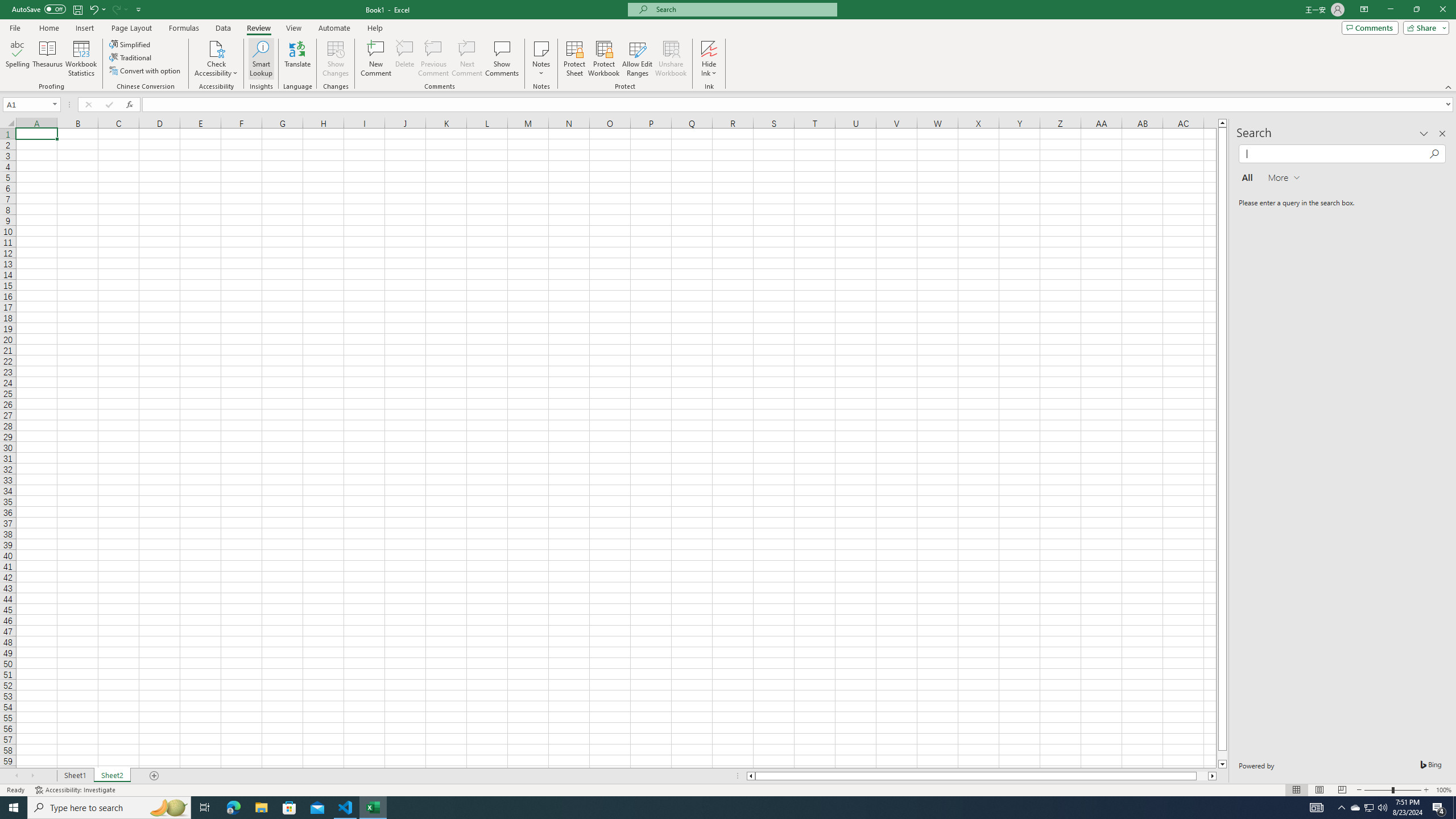 Image resolution: width=1456 pixels, height=819 pixels. Describe the element at coordinates (131, 56) in the screenshot. I see `'Traditional'` at that location.